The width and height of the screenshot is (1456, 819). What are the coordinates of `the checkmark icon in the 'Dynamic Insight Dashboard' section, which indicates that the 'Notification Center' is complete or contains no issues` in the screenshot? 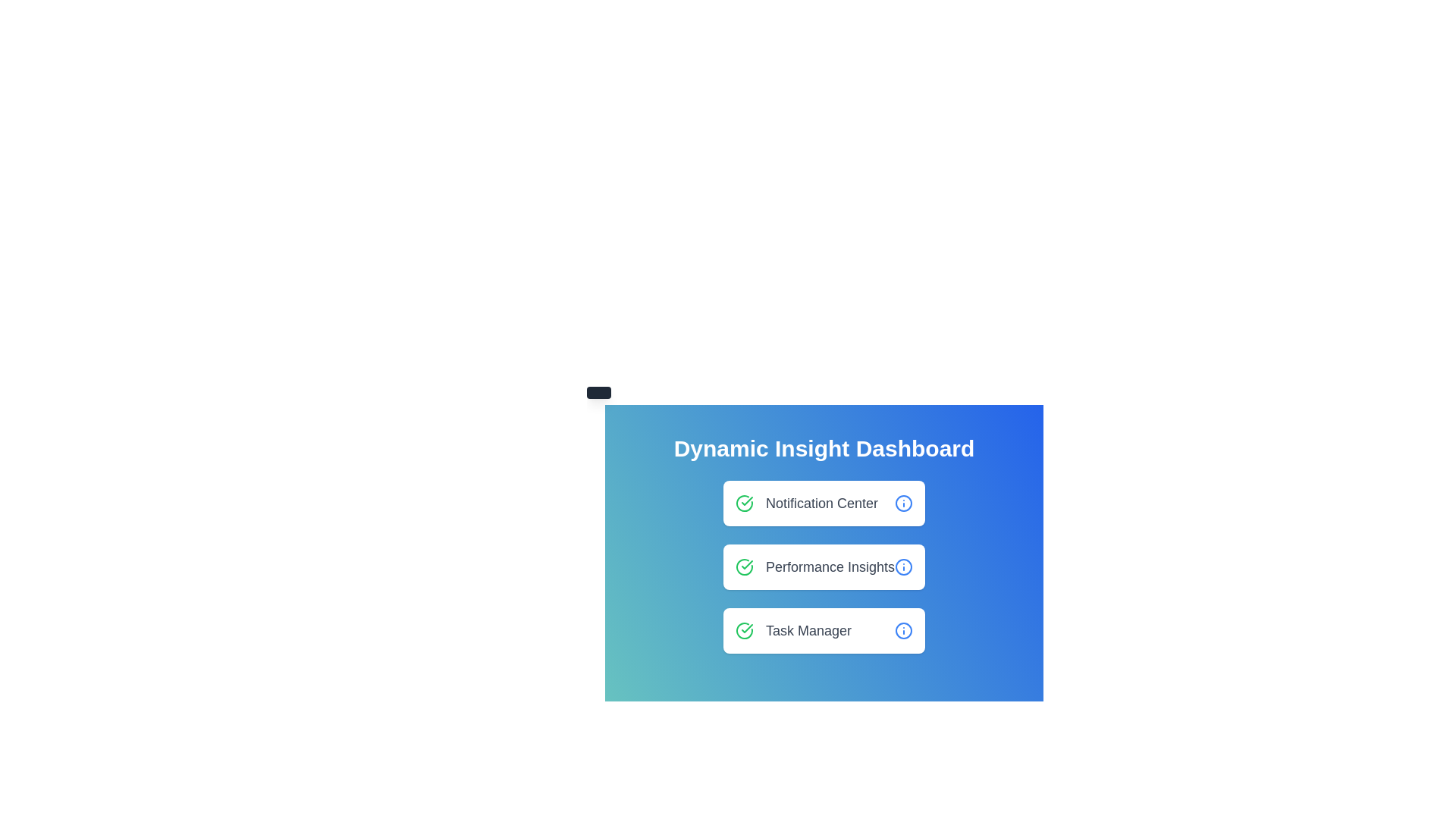 It's located at (747, 564).